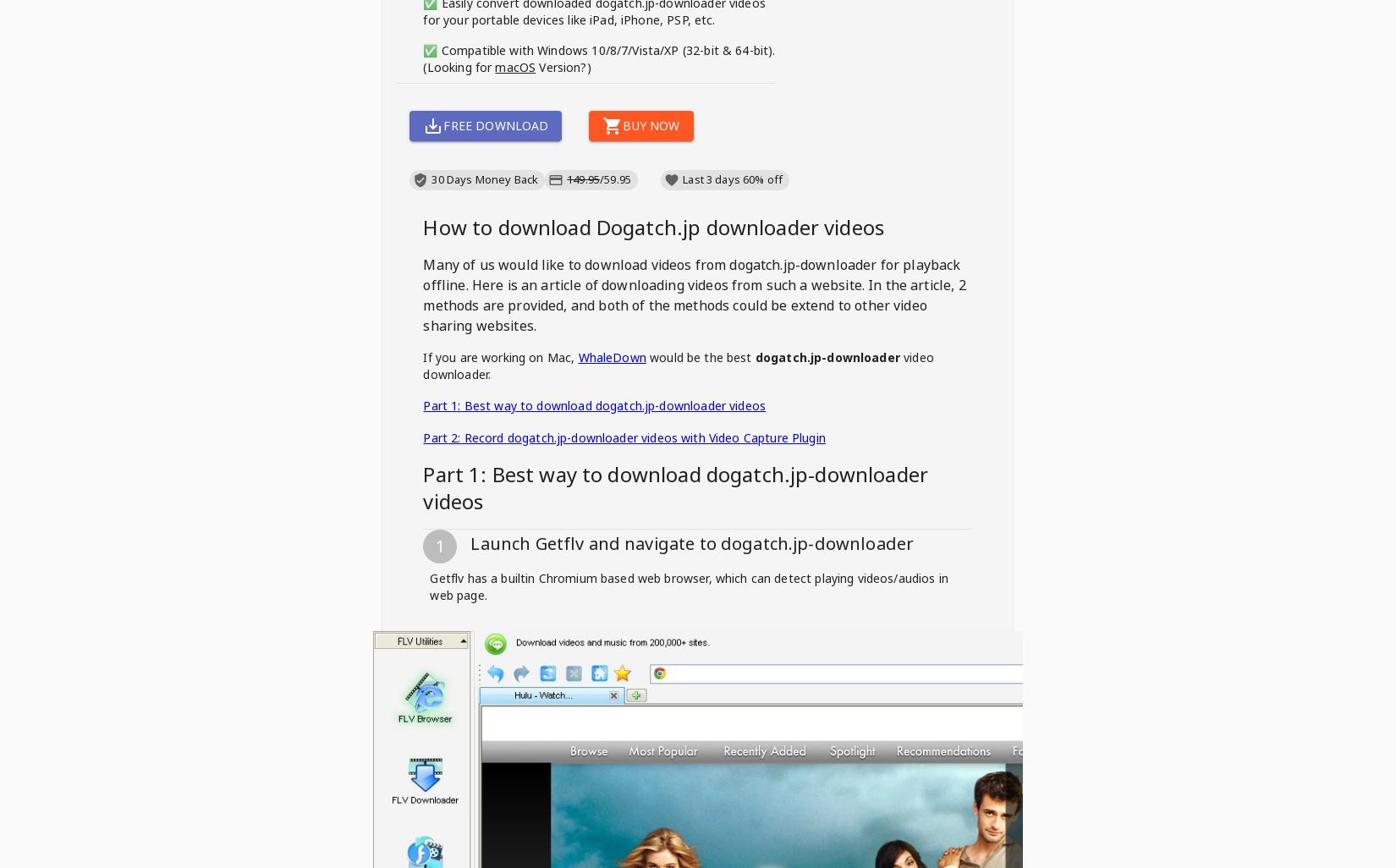  What do you see at coordinates (574, 265) in the screenshot?
I see `'Many of us would like to download videos from'` at bounding box center [574, 265].